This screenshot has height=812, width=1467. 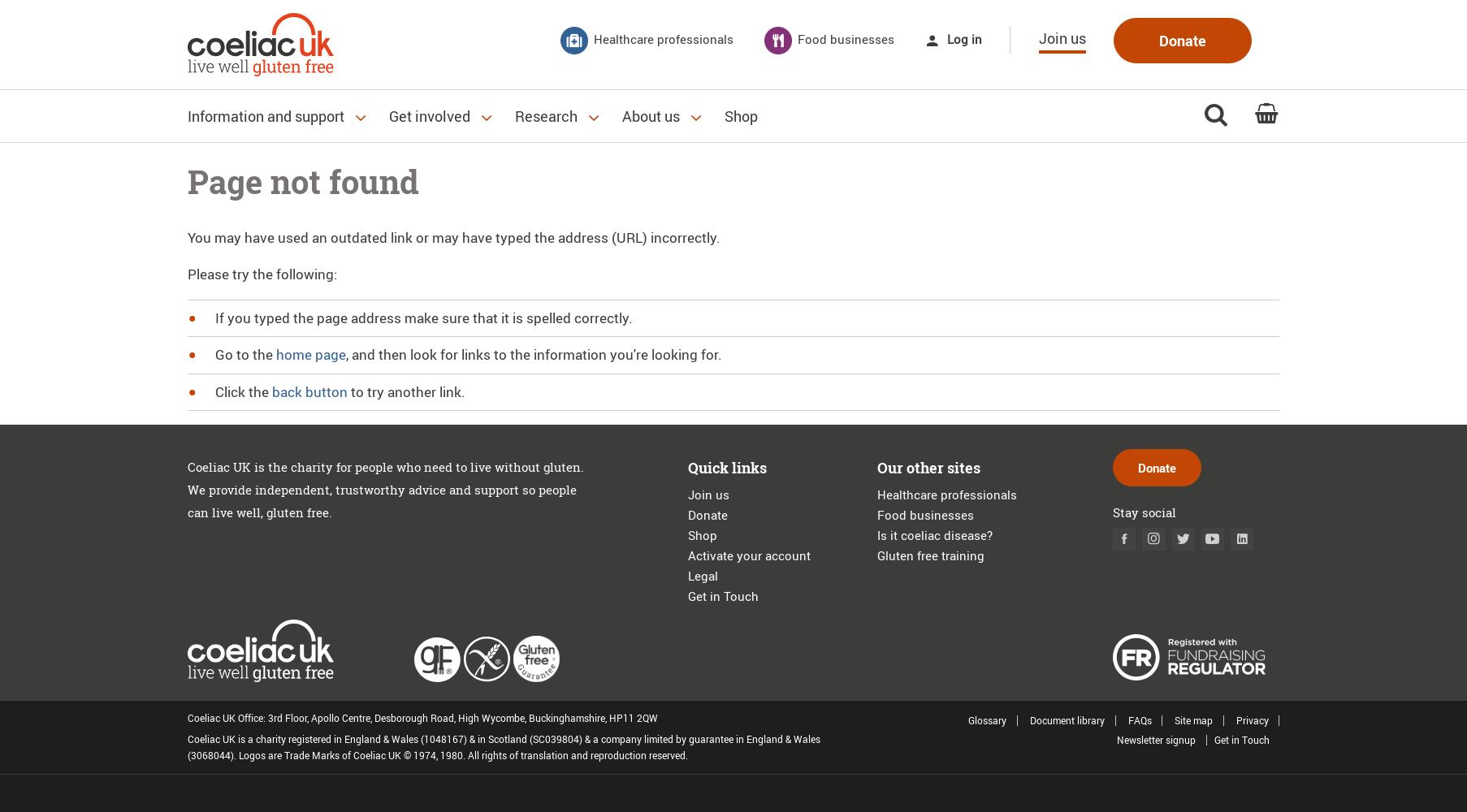 What do you see at coordinates (344, 354) in the screenshot?
I see `', and then look for links to the information you're looking for.'` at bounding box center [344, 354].